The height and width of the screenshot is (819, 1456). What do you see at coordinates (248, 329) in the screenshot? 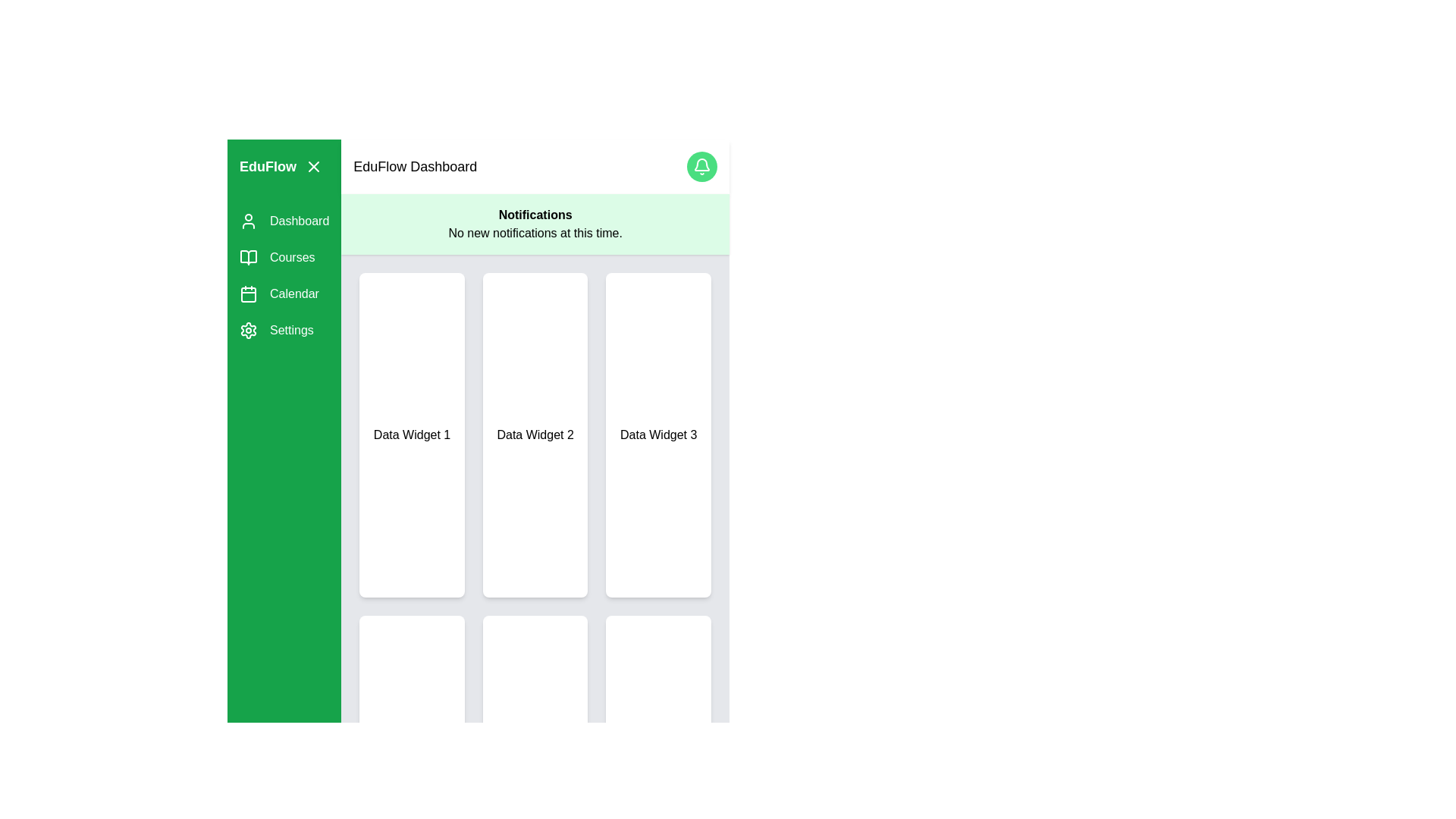
I see `the settings icon located on the left vertical menu bar, next to the text 'Settings', to enter the settings section of the application` at bounding box center [248, 329].